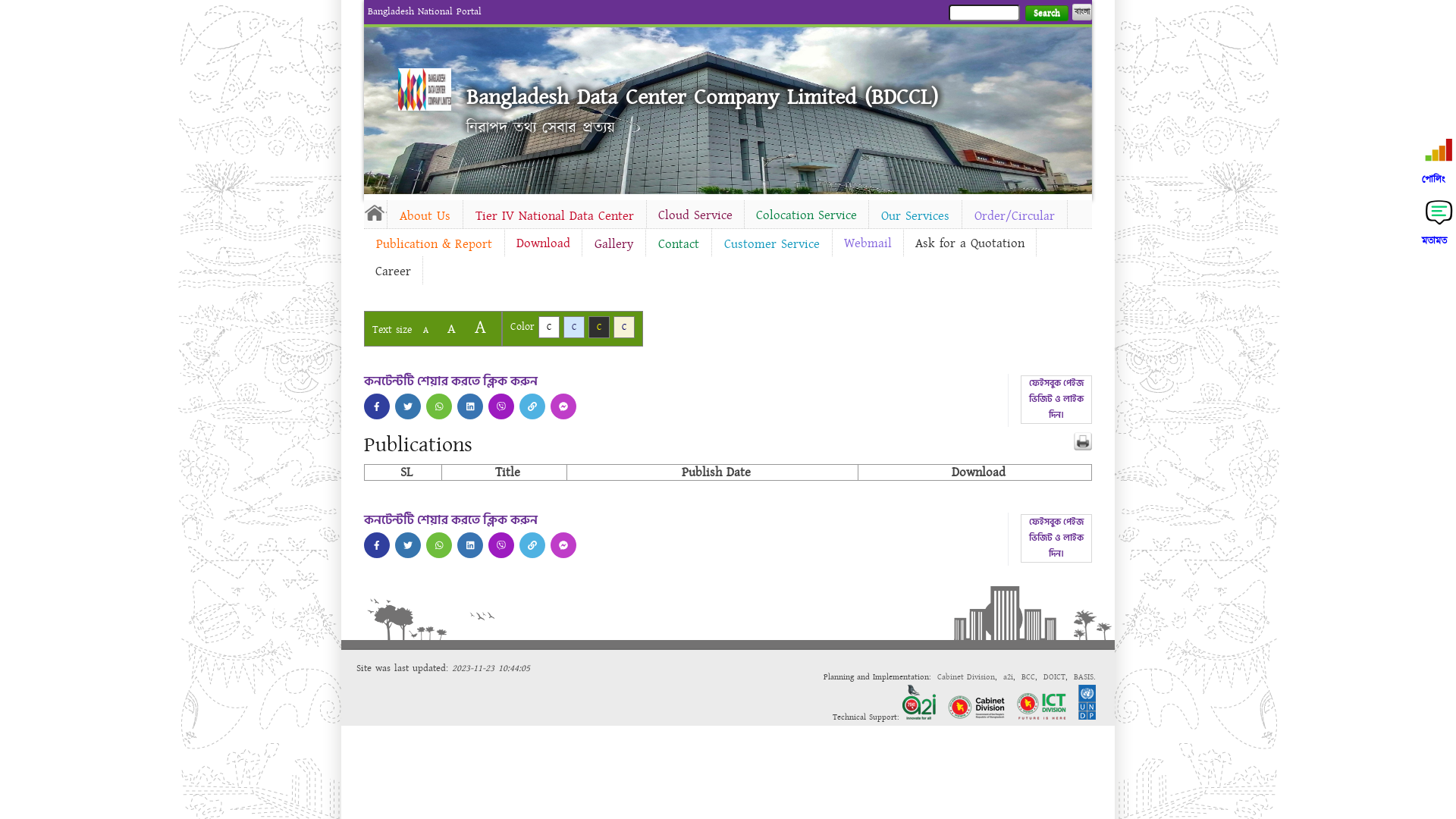  Describe the element at coordinates (598, 326) in the screenshot. I see `'C'` at that location.